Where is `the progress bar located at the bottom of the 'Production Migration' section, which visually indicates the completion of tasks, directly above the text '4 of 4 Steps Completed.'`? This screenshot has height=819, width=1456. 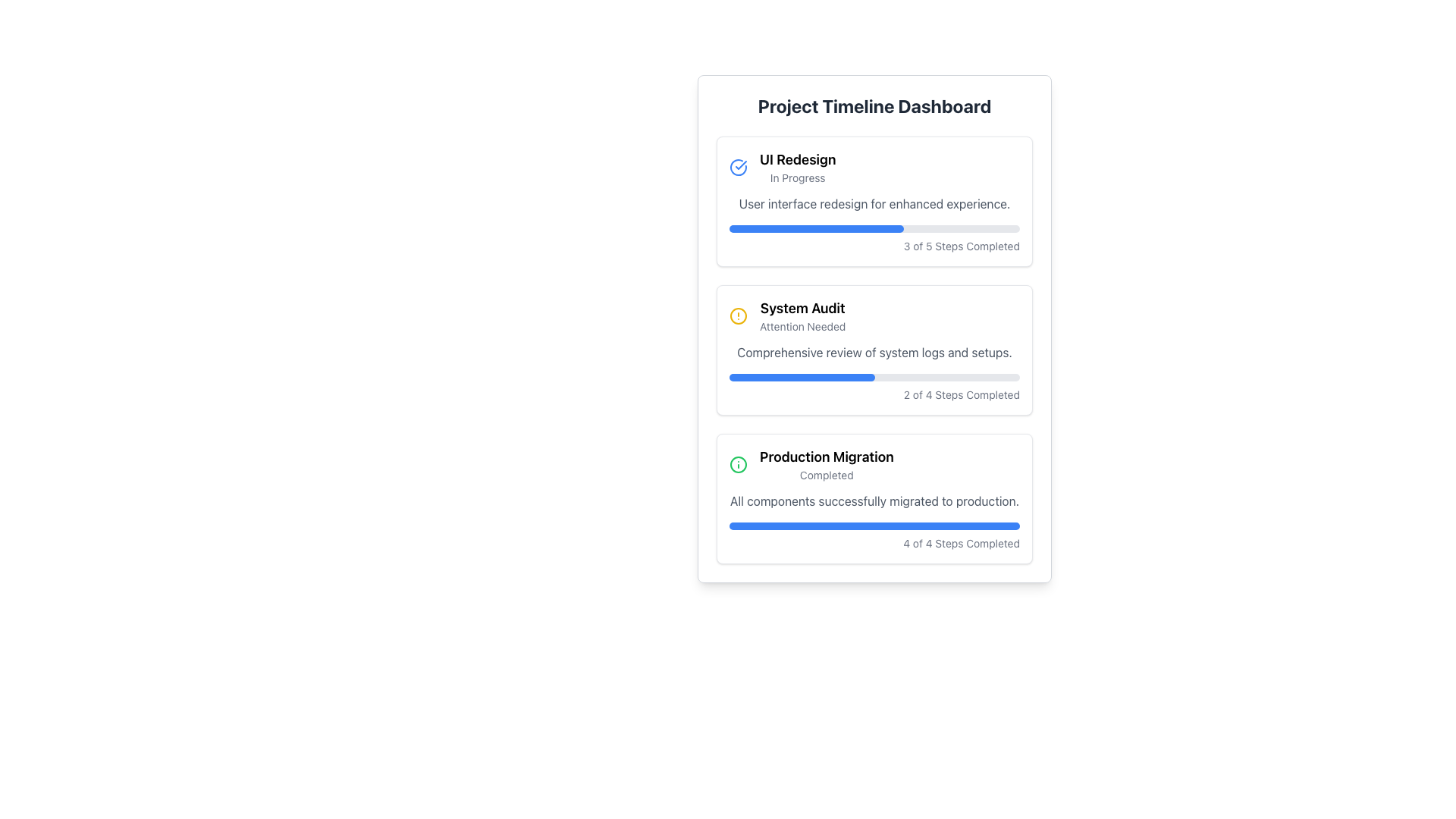 the progress bar located at the bottom of the 'Production Migration' section, which visually indicates the completion of tasks, directly above the text '4 of 4 Steps Completed.' is located at coordinates (874, 526).